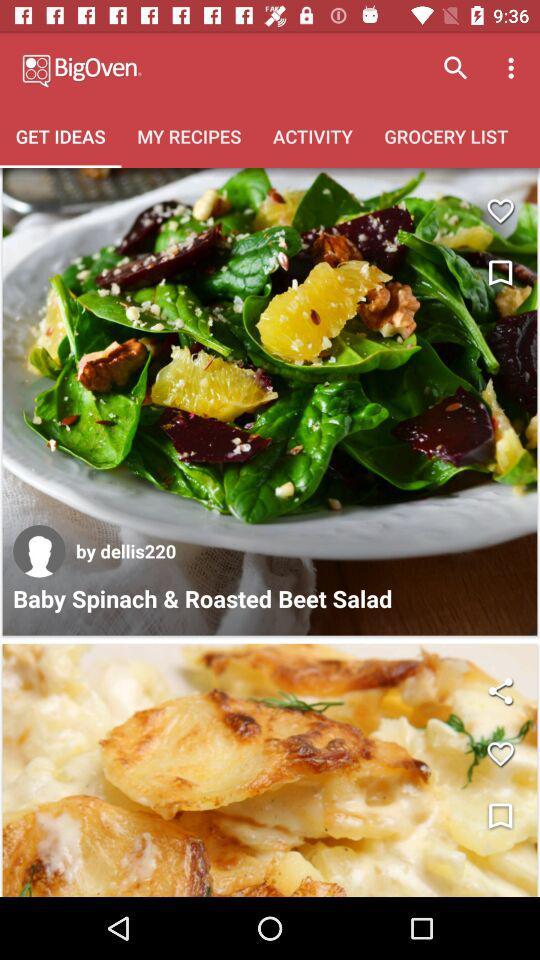  I want to click on item to the left of the by dellis220, so click(39, 551).